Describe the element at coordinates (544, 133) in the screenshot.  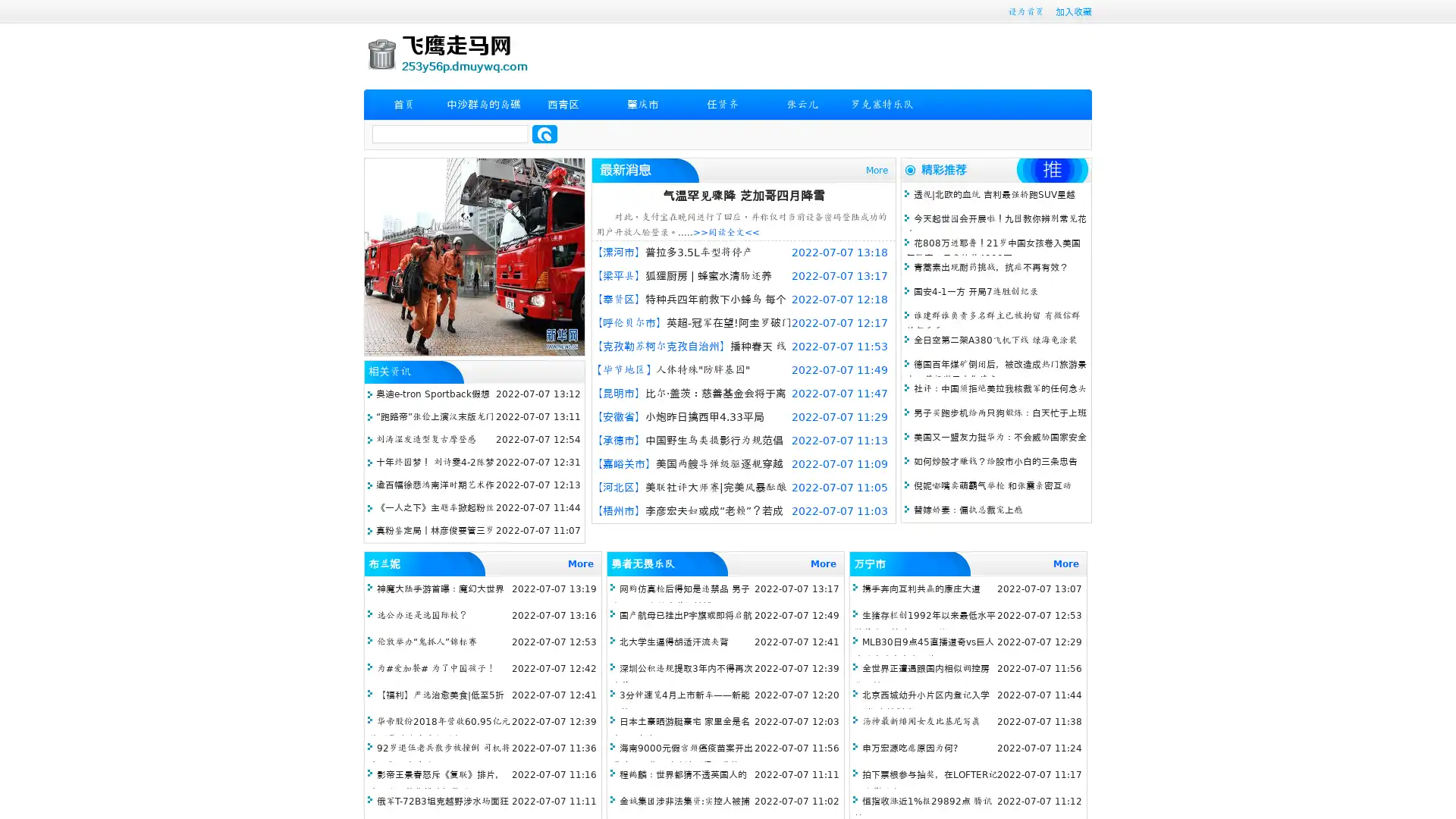
I see `Search` at that location.